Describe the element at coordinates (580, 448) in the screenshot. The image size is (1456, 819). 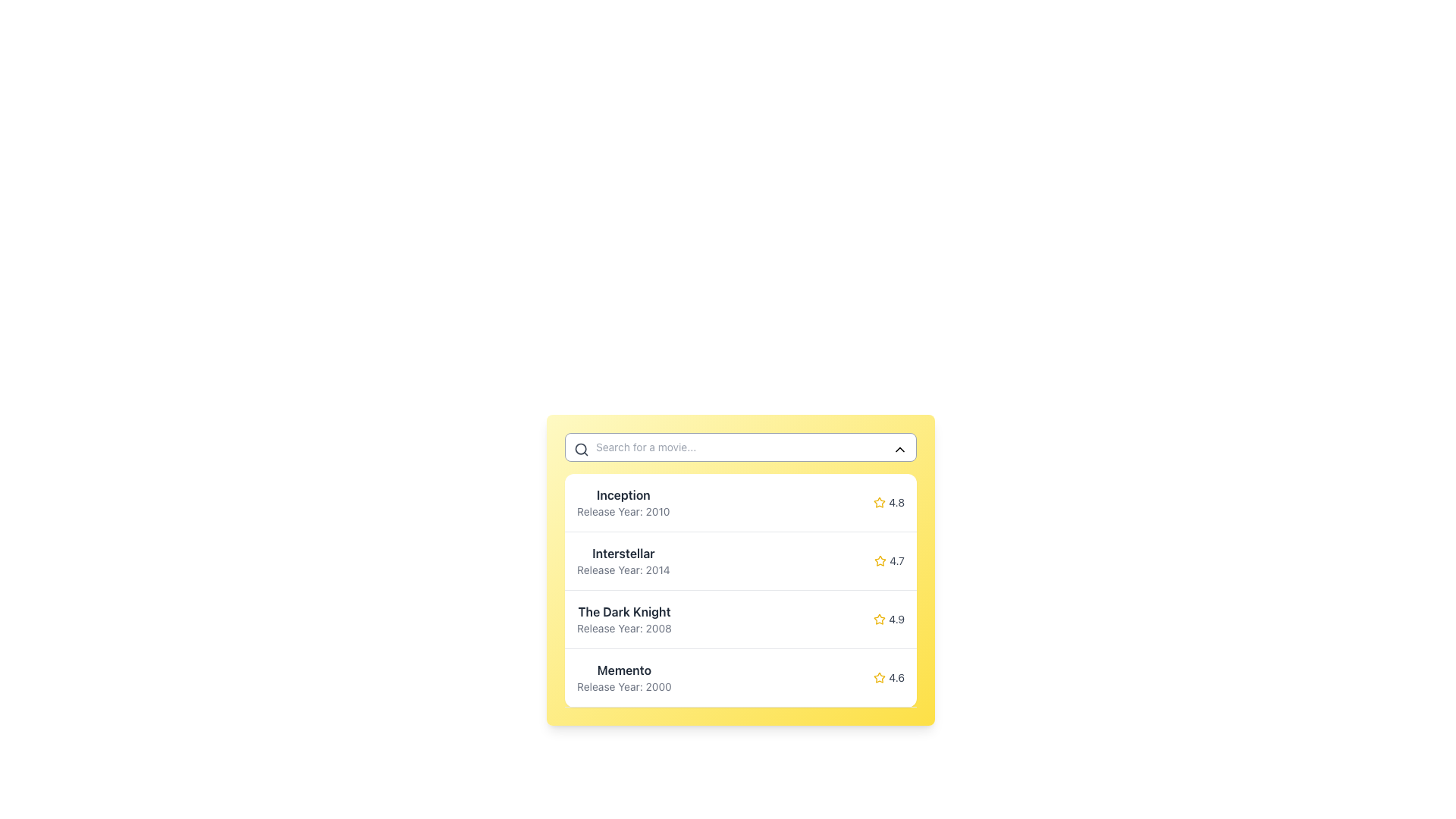
I see `the circular handle of the magnifying glass icon, which is positioned to the left of the search bar and enhances the search button's recognizability` at that location.